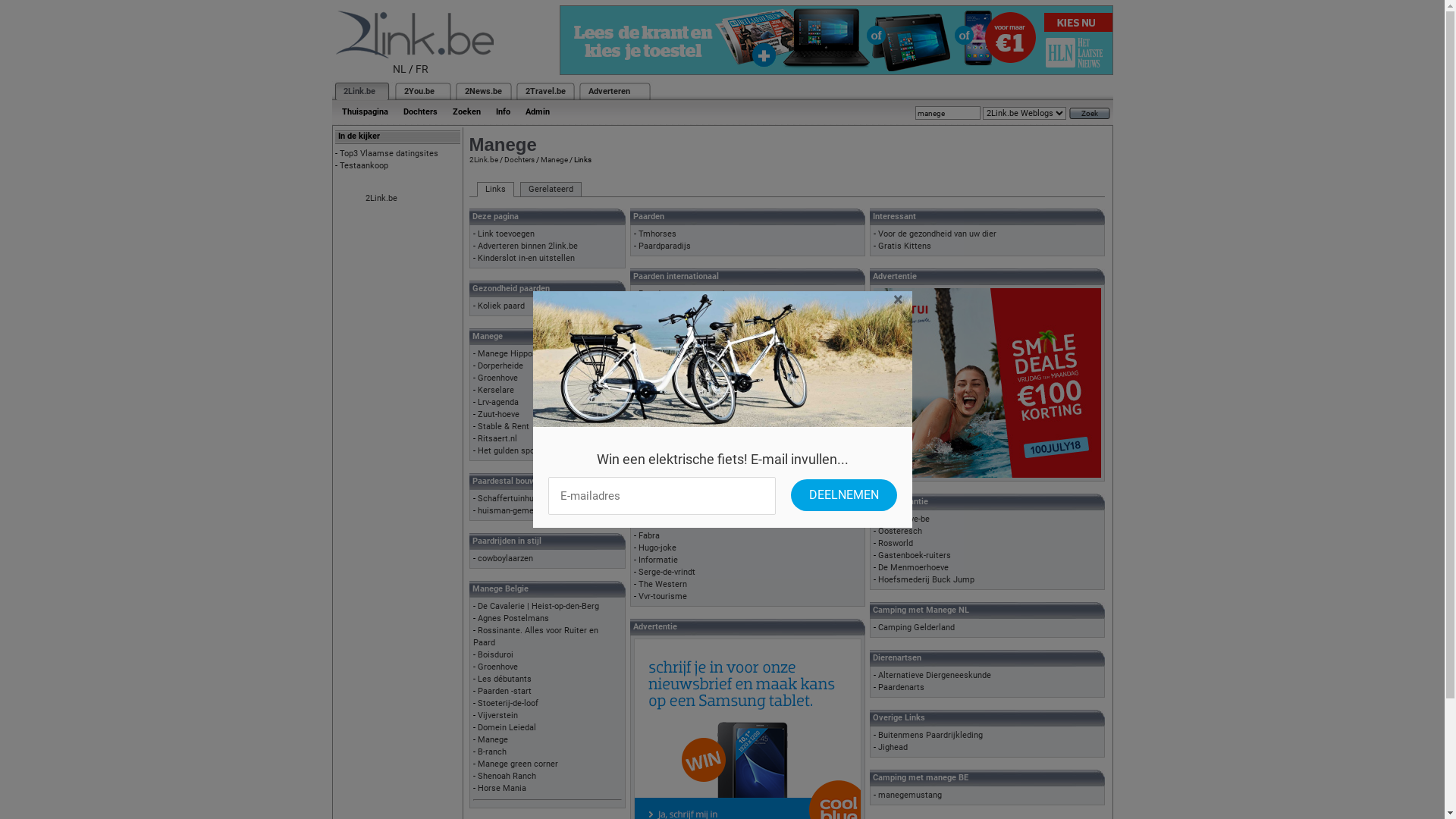 Image resolution: width=1456 pixels, height=819 pixels. What do you see at coordinates (476, 764) in the screenshot?
I see `'Manege green corner'` at bounding box center [476, 764].